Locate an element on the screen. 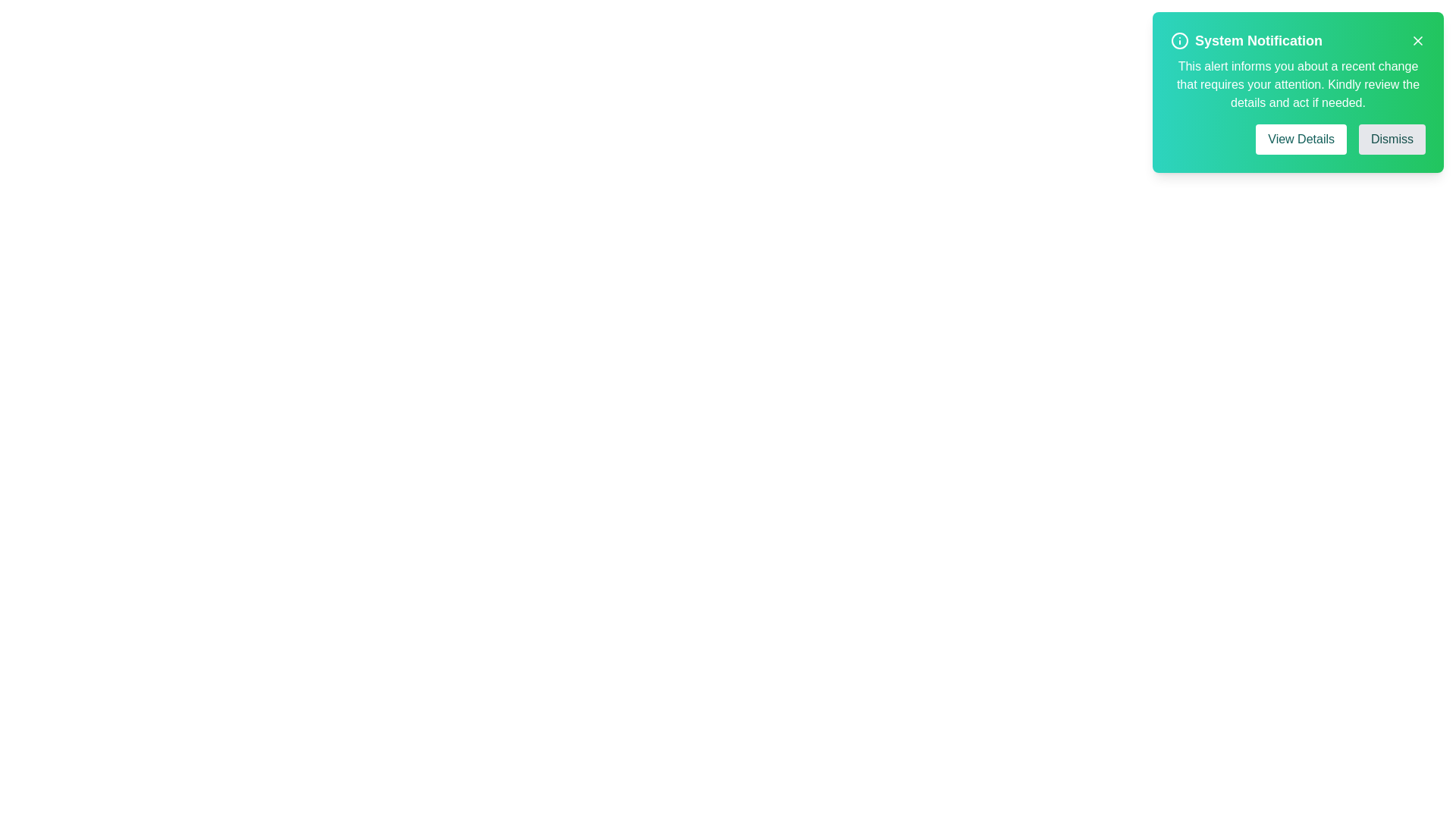  close button to dismiss the alert is located at coordinates (1417, 40).